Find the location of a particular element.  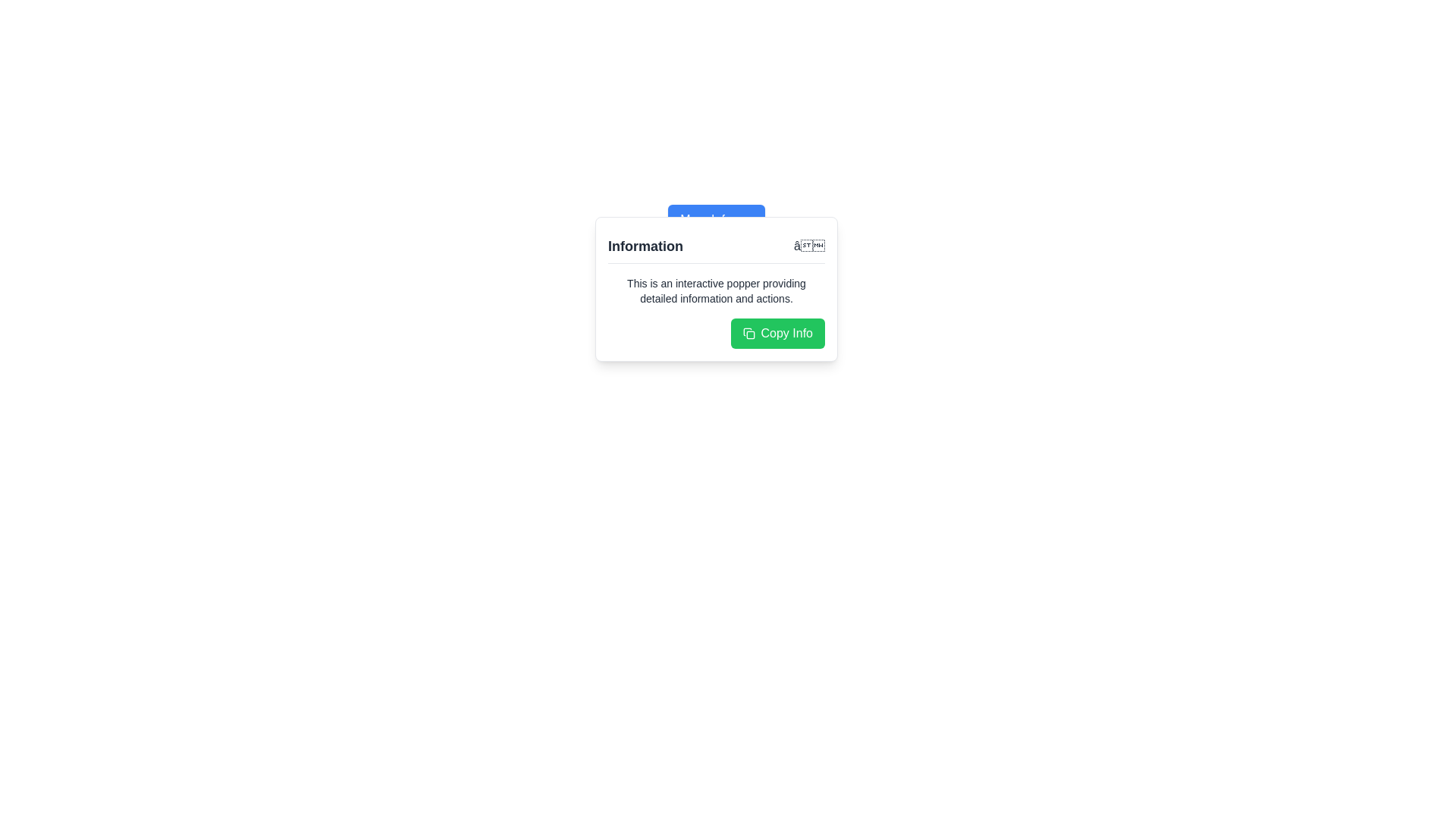

the static text display component located in the pop-up card interface below the 'Information' title and above the 'Copy Info' button is located at coordinates (716, 291).